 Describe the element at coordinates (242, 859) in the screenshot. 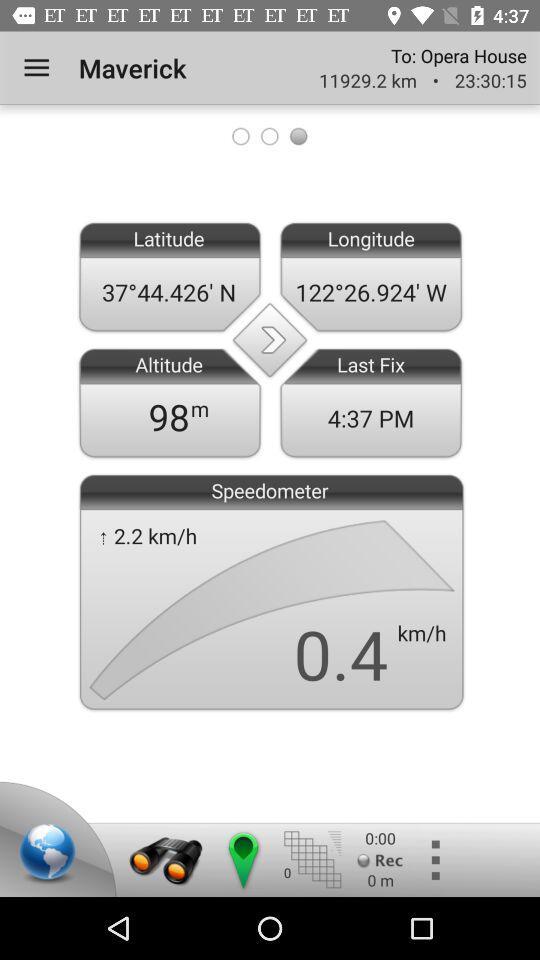

I see `navigate` at that location.